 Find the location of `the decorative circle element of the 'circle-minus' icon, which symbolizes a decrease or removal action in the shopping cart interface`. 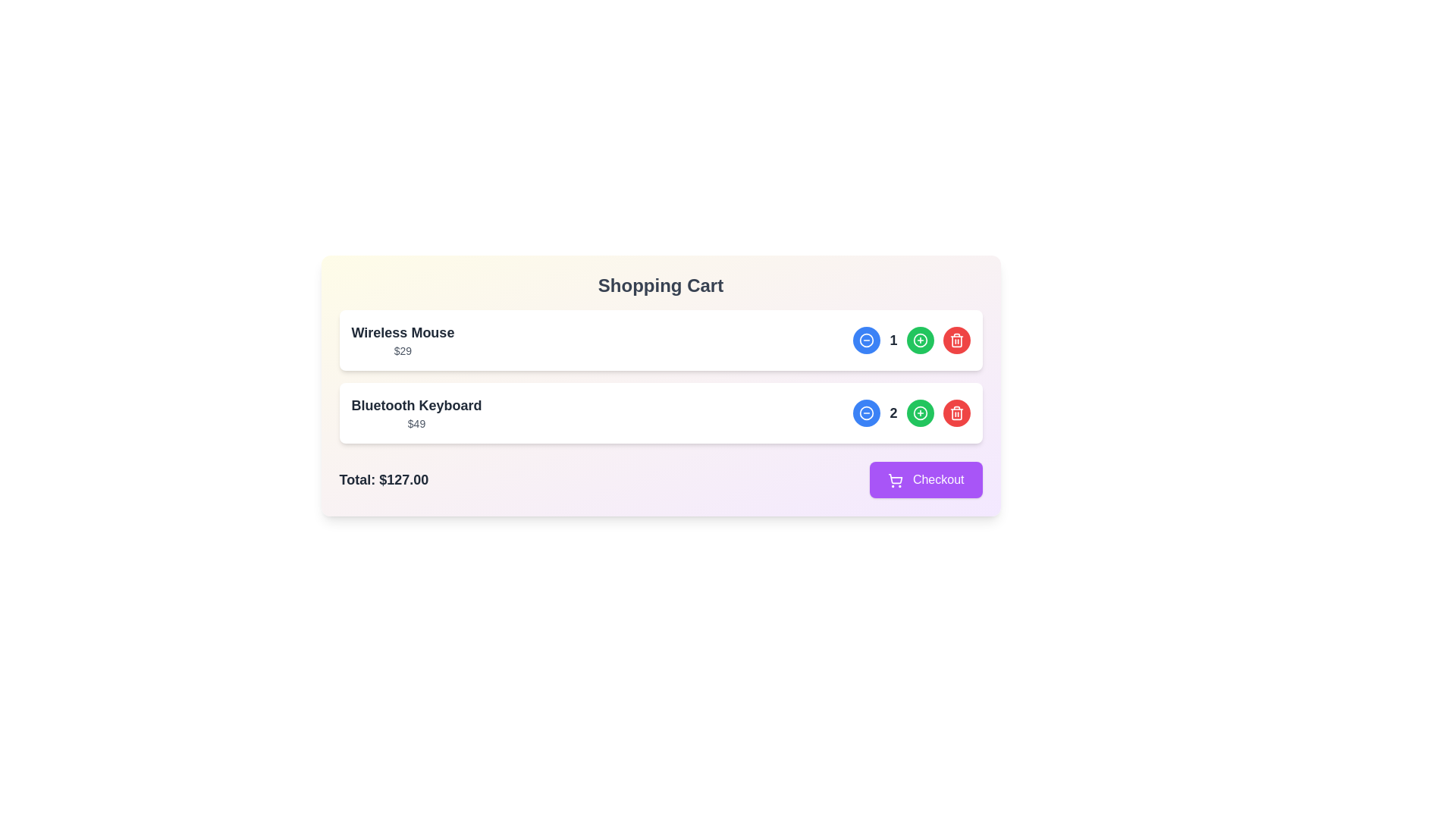

the decorative circle element of the 'circle-minus' icon, which symbolizes a decrease or removal action in the shopping cart interface is located at coordinates (867, 339).